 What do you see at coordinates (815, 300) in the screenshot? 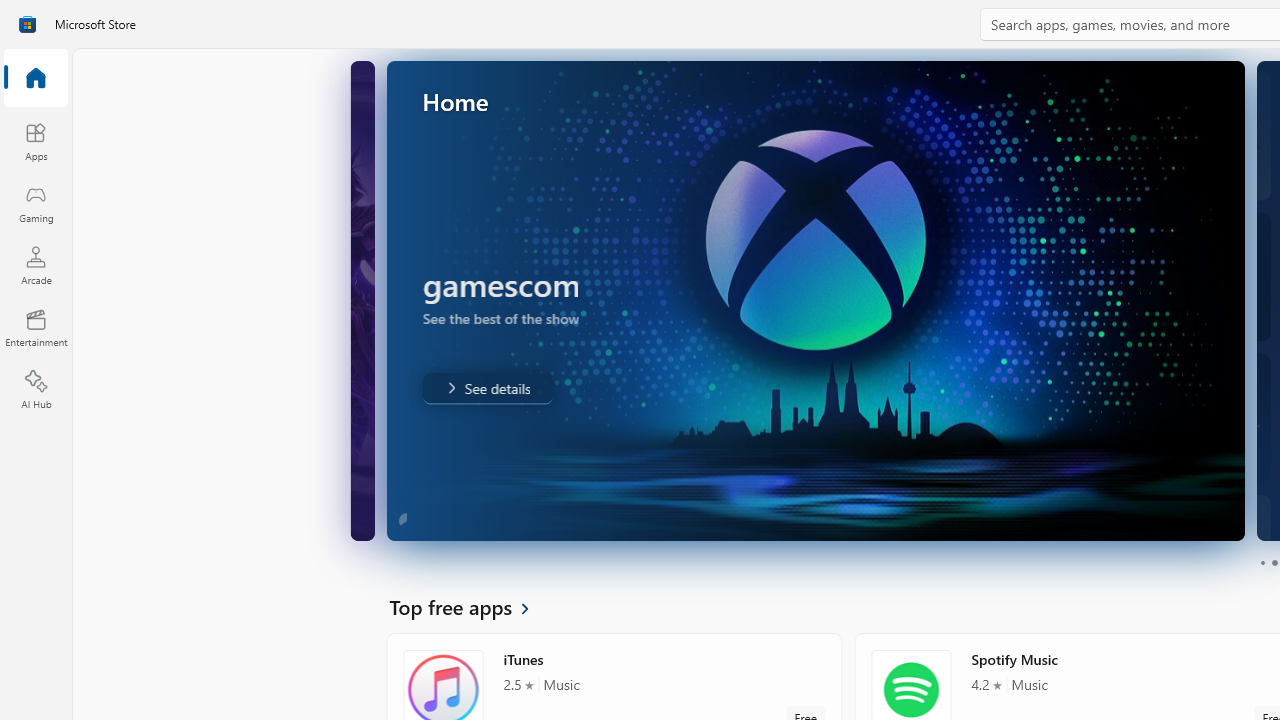
I see `'AutomationID: Image'` at bounding box center [815, 300].